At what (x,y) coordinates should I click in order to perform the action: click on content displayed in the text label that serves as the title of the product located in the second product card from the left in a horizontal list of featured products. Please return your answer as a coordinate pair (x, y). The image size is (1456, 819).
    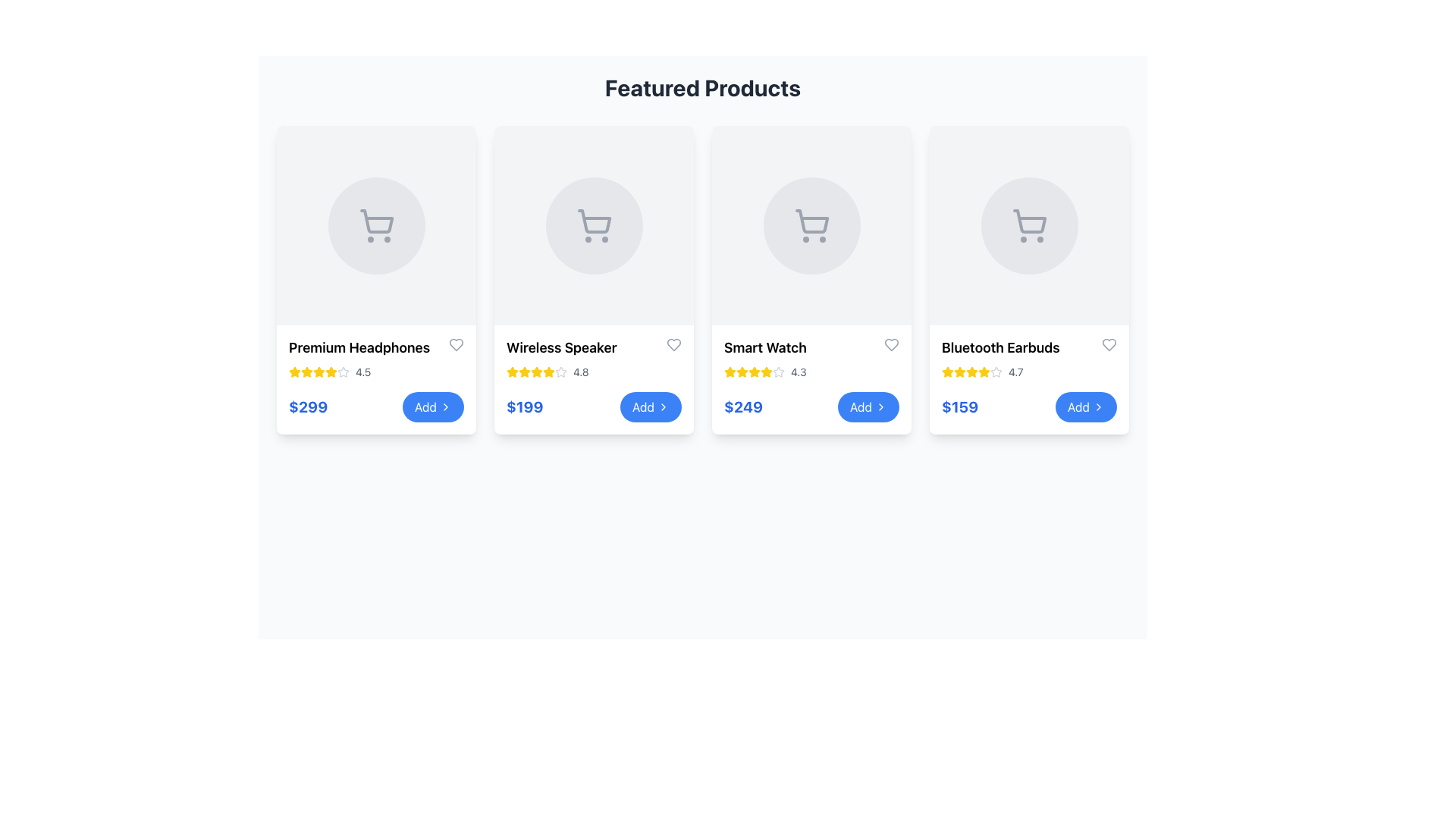
    Looking at the image, I should click on (560, 348).